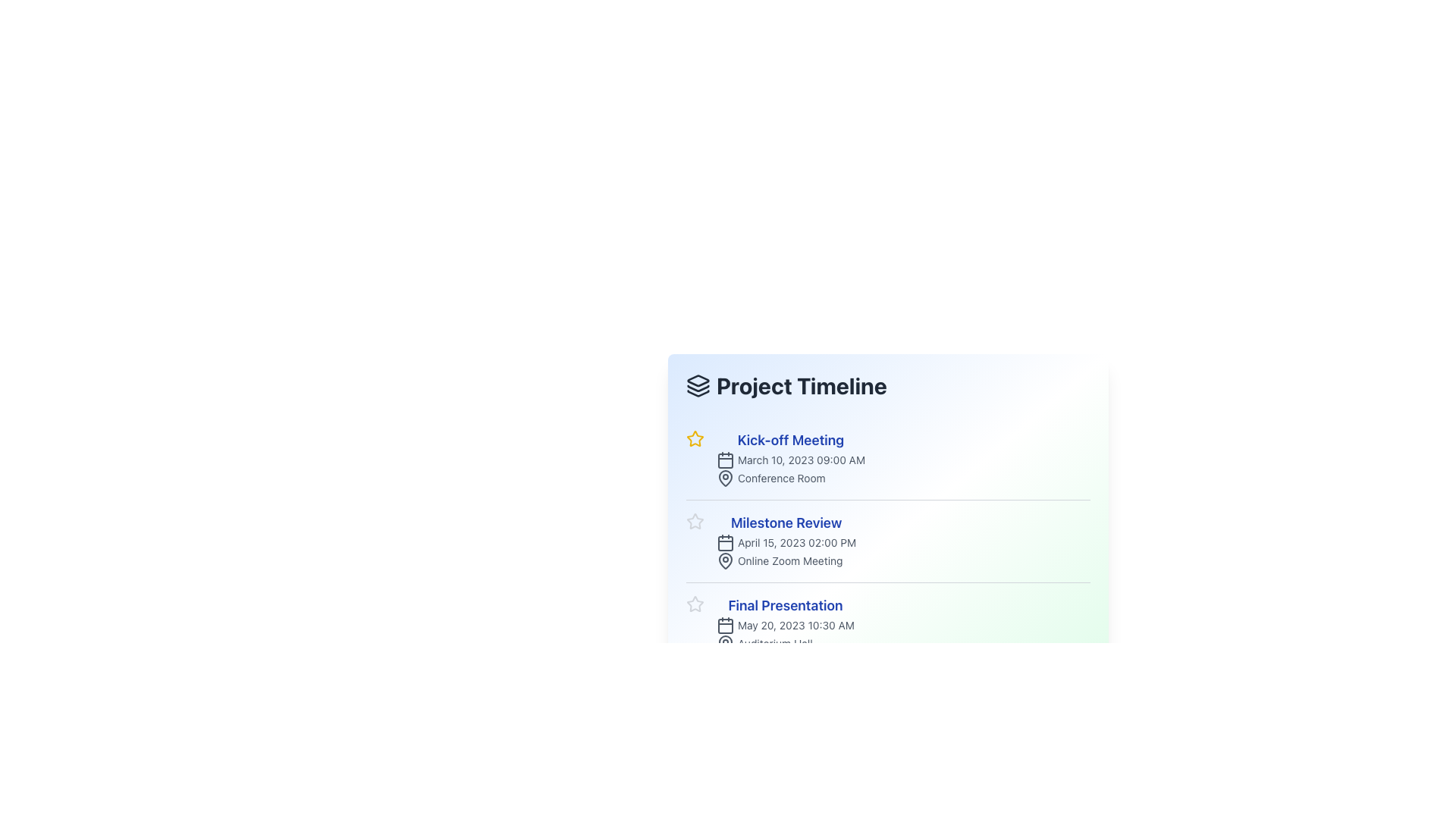 The image size is (1456, 819). Describe the element at coordinates (786, 643) in the screenshot. I see `the location descriptor element labeled 'Auditorium Hall', which includes an icon resembling a location pin and is styled in a small gray font` at that location.